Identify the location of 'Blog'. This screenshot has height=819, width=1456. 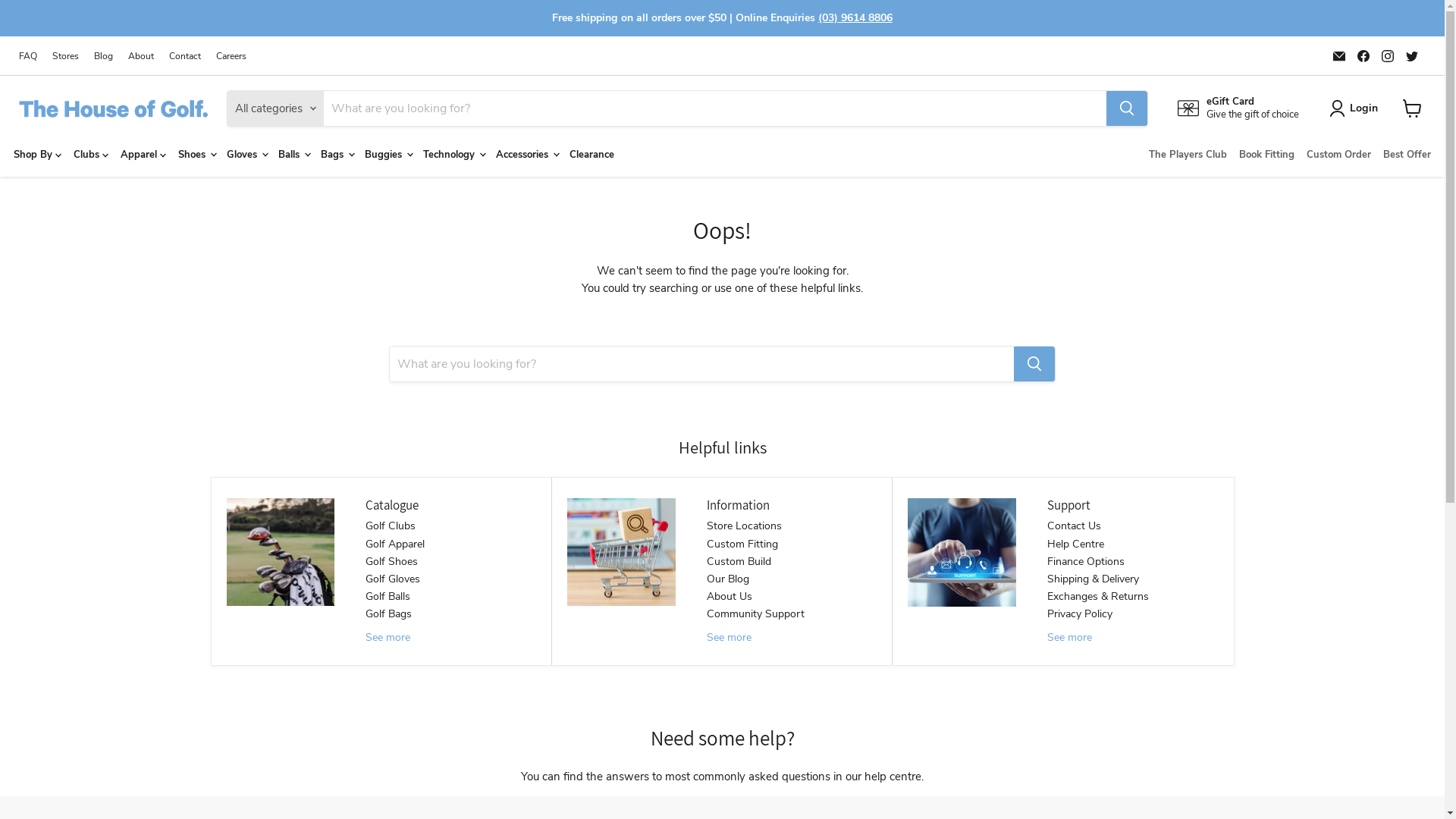
(102, 55).